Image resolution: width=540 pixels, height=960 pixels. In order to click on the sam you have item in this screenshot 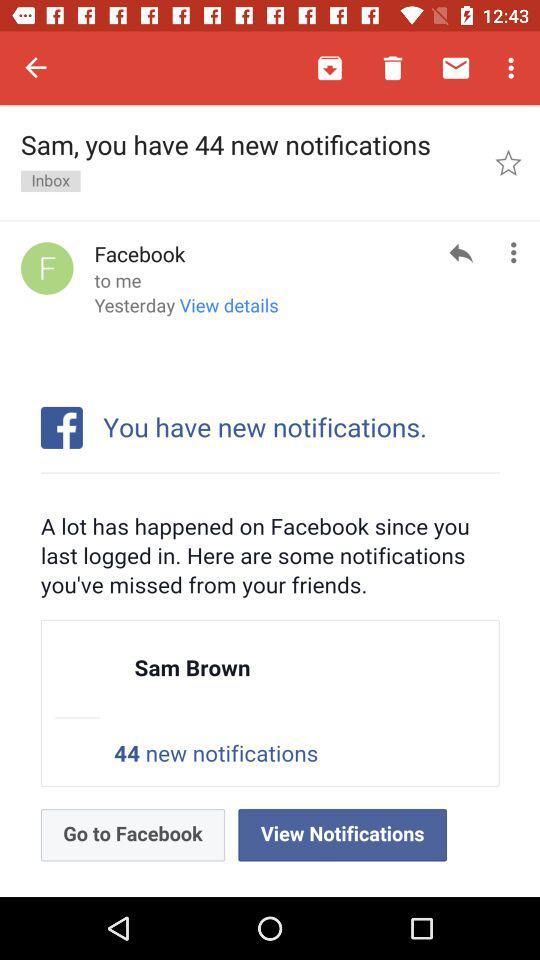, I will do `click(248, 161)`.